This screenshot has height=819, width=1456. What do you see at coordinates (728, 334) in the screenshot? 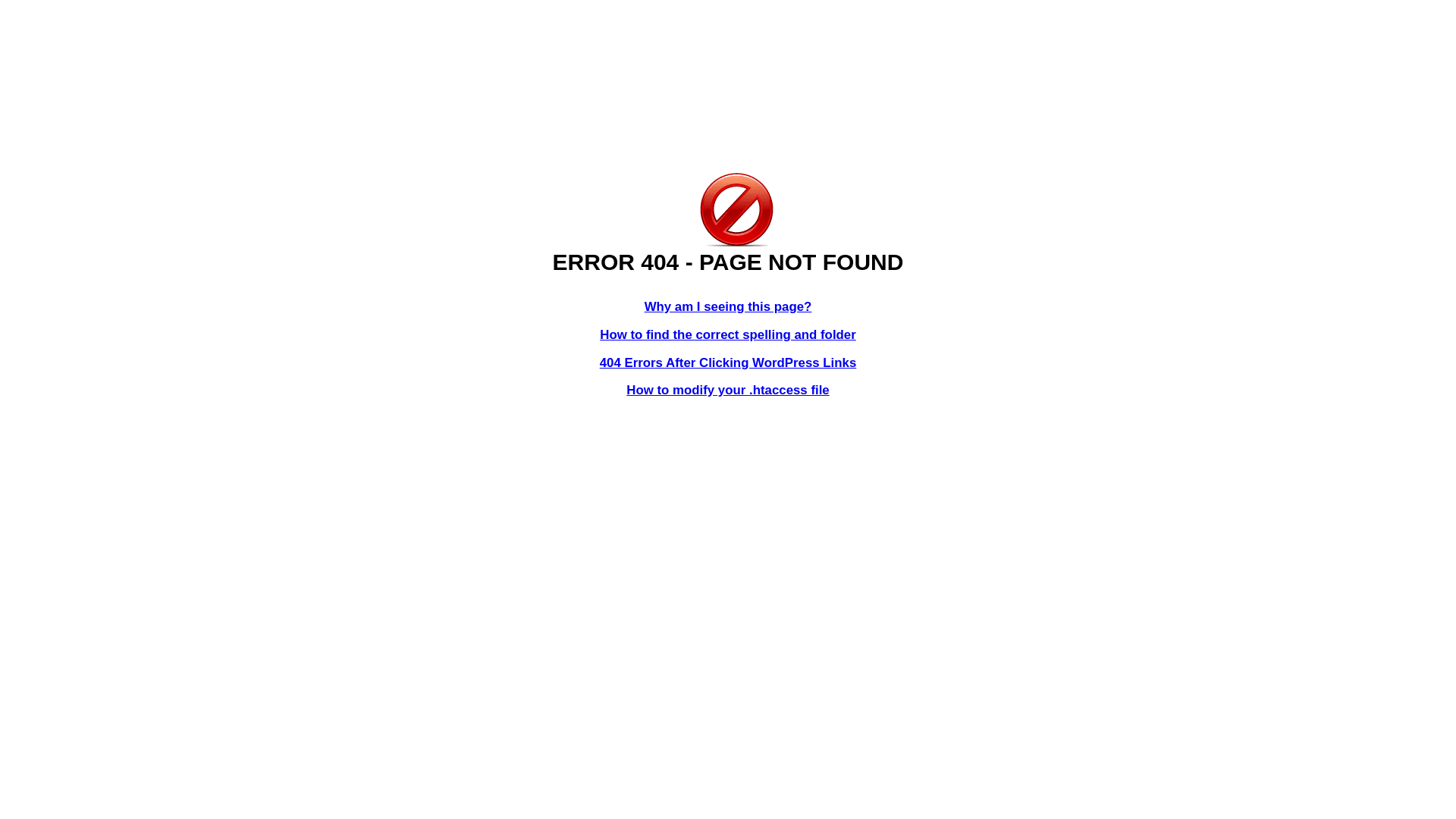
I see `'How to find the correct spelling and folder'` at bounding box center [728, 334].